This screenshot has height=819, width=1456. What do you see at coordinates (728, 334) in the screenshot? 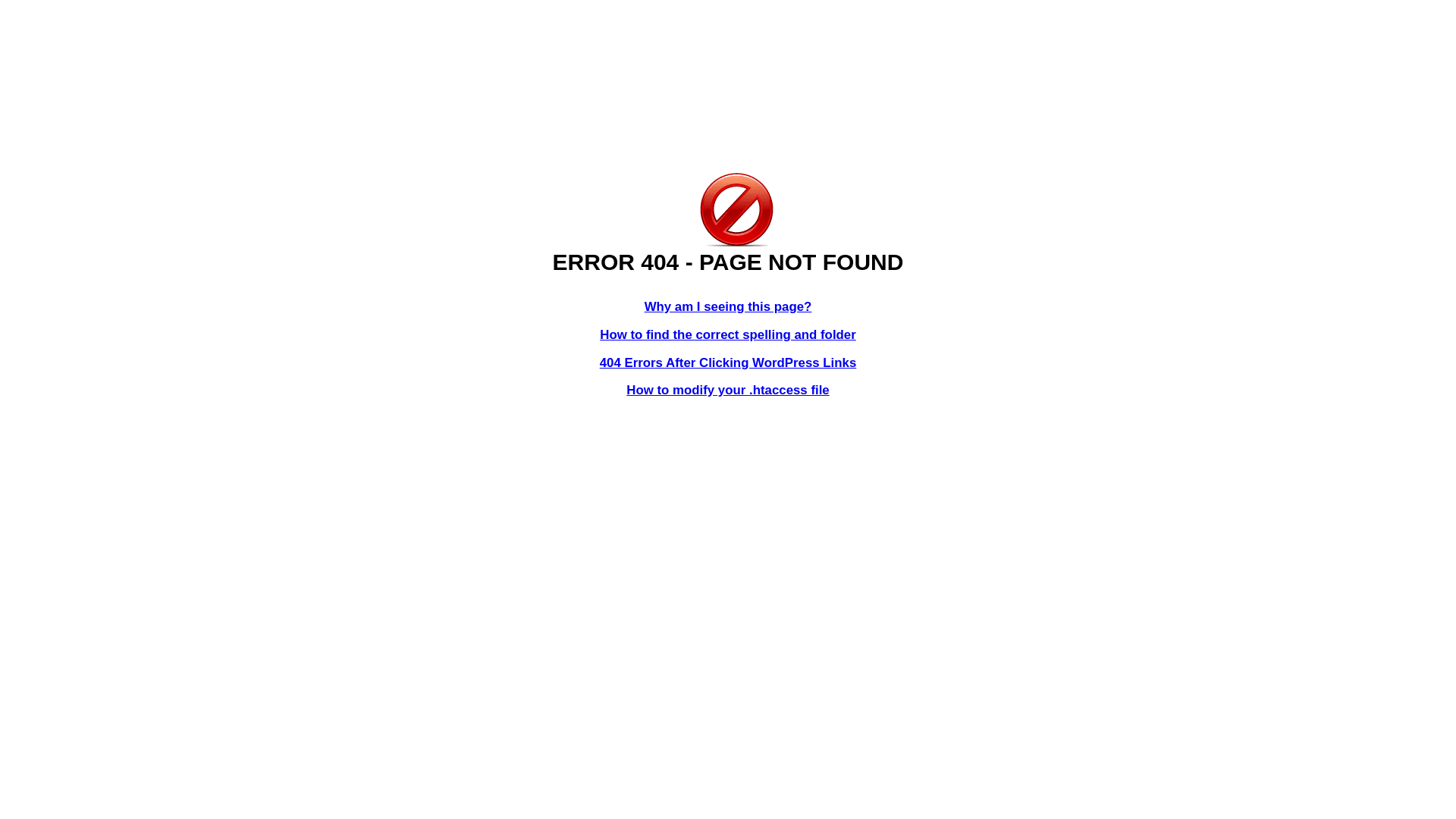
I see `'How to find the correct spelling and folder'` at bounding box center [728, 334].